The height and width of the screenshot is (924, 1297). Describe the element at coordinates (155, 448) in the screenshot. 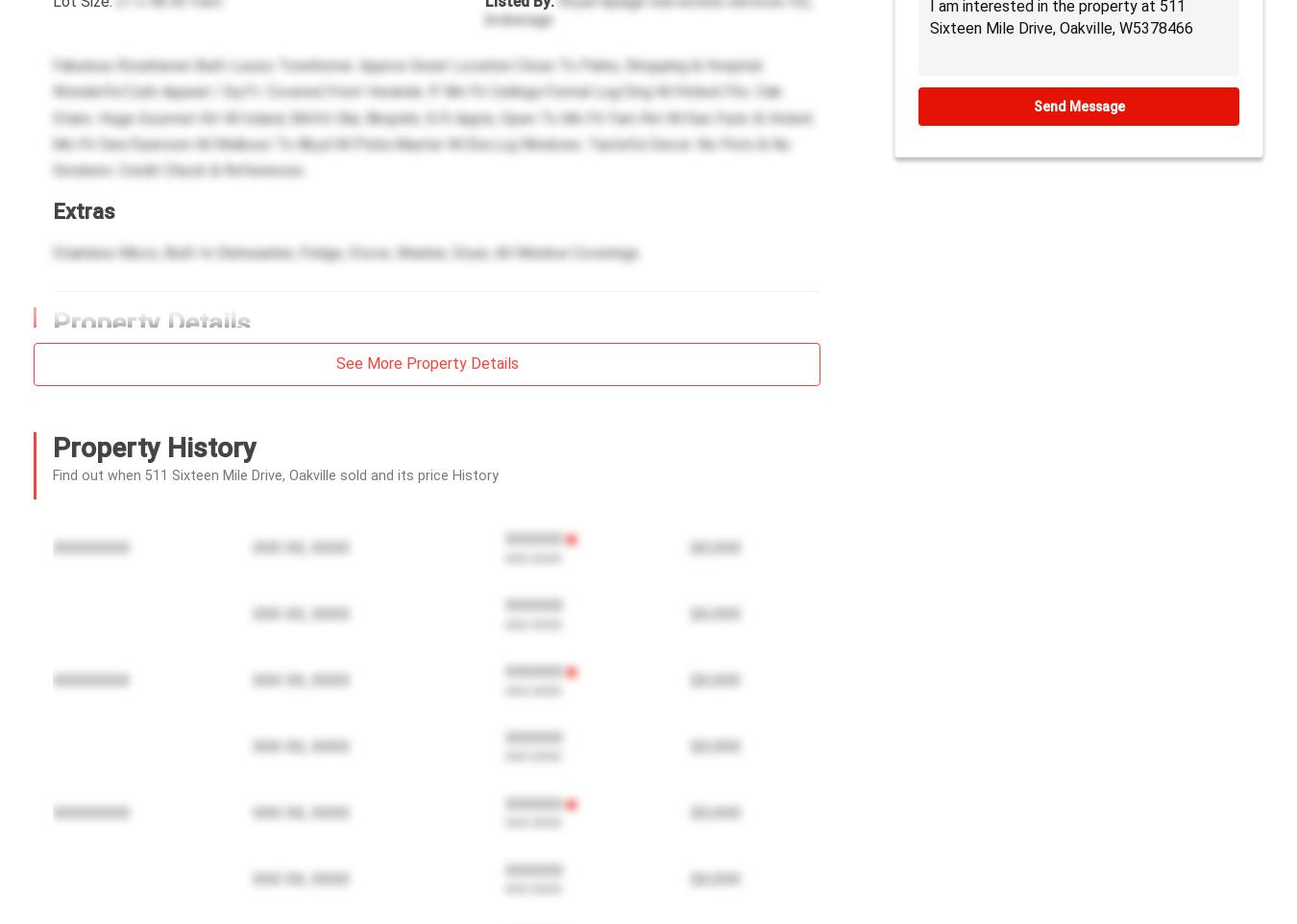

I see `'Property History'` at that location.